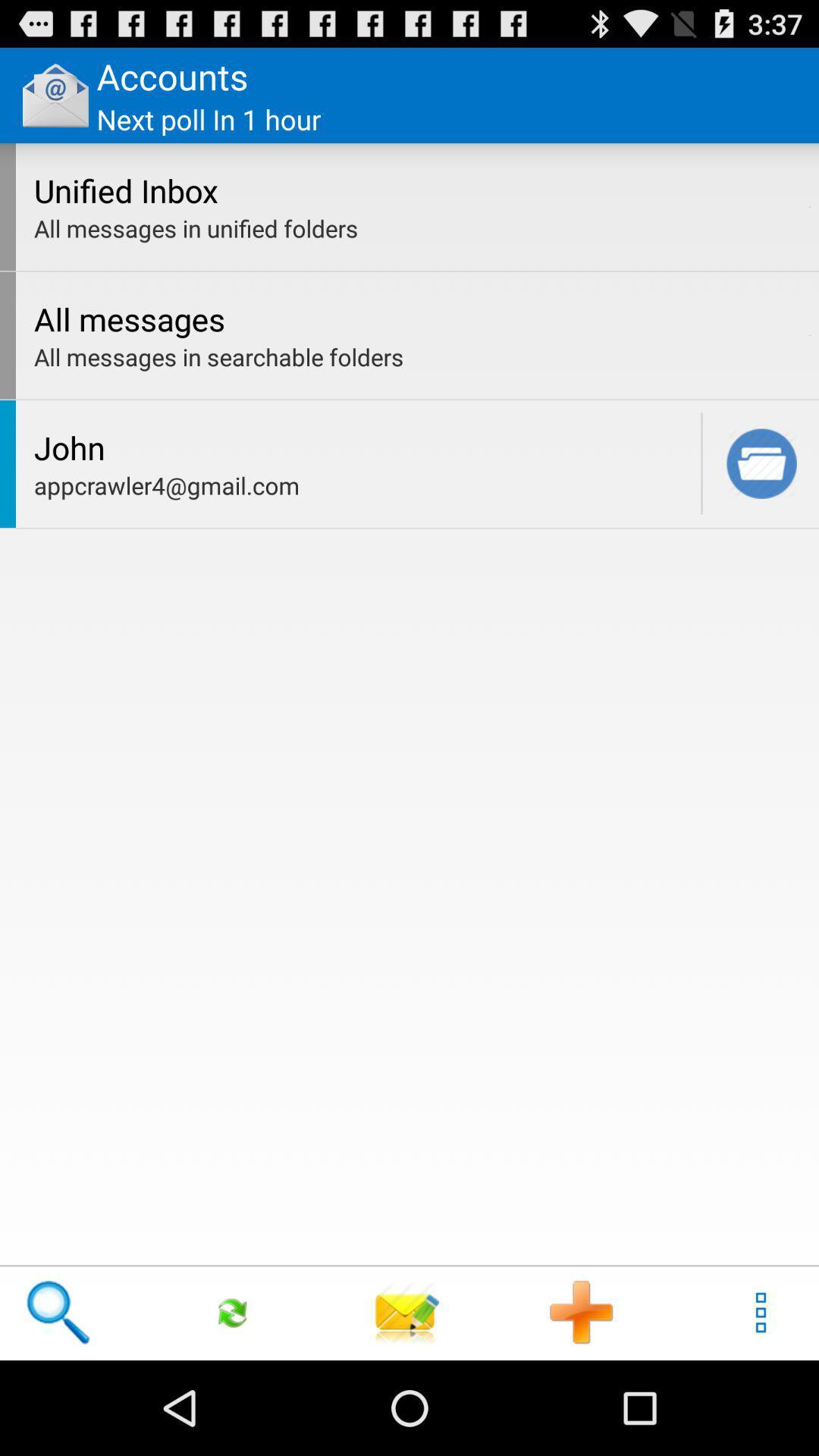 The height and width of the screenshot is (1456, 819). I want to click on the unified inbox, so click(417, 190).